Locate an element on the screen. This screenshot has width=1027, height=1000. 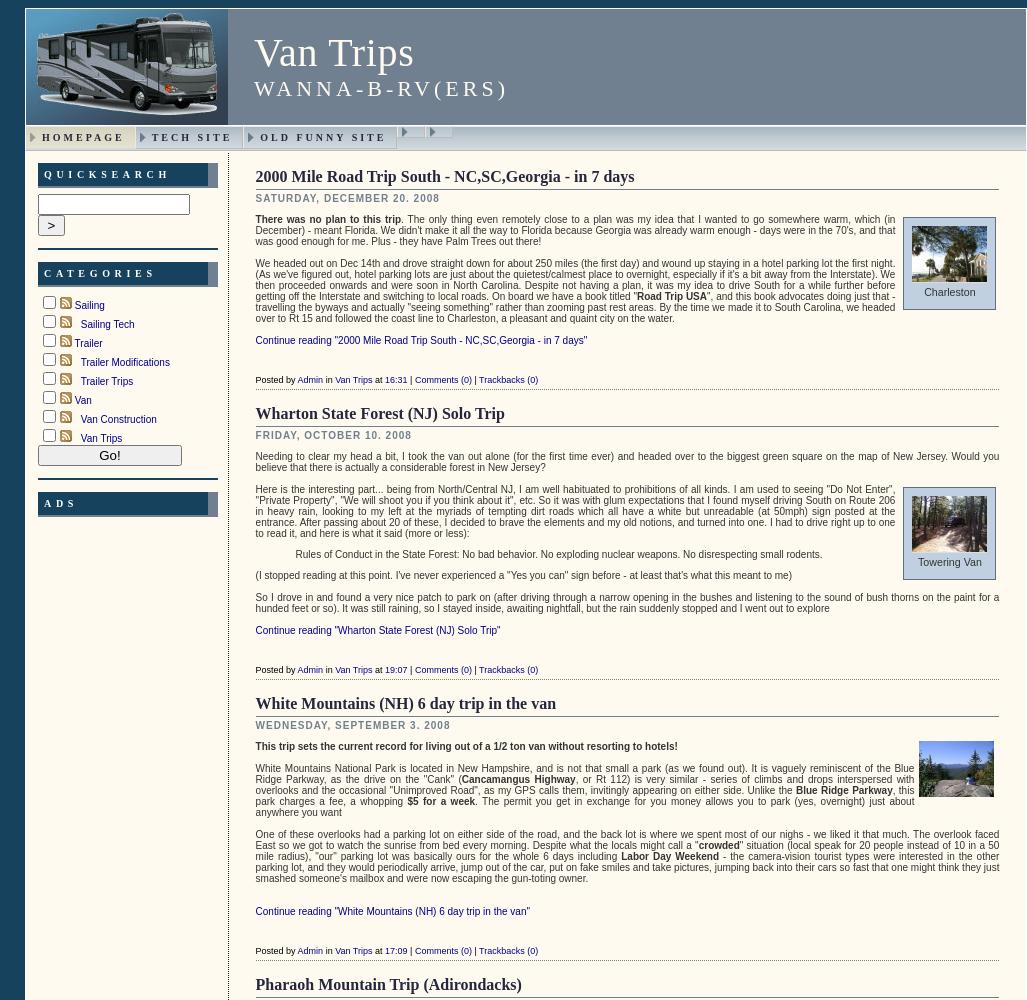
'Continue reading "2000 Mile Road Trip South - NC,SC,Georgia - in 7 days"' is located at coordinates (419, 338).